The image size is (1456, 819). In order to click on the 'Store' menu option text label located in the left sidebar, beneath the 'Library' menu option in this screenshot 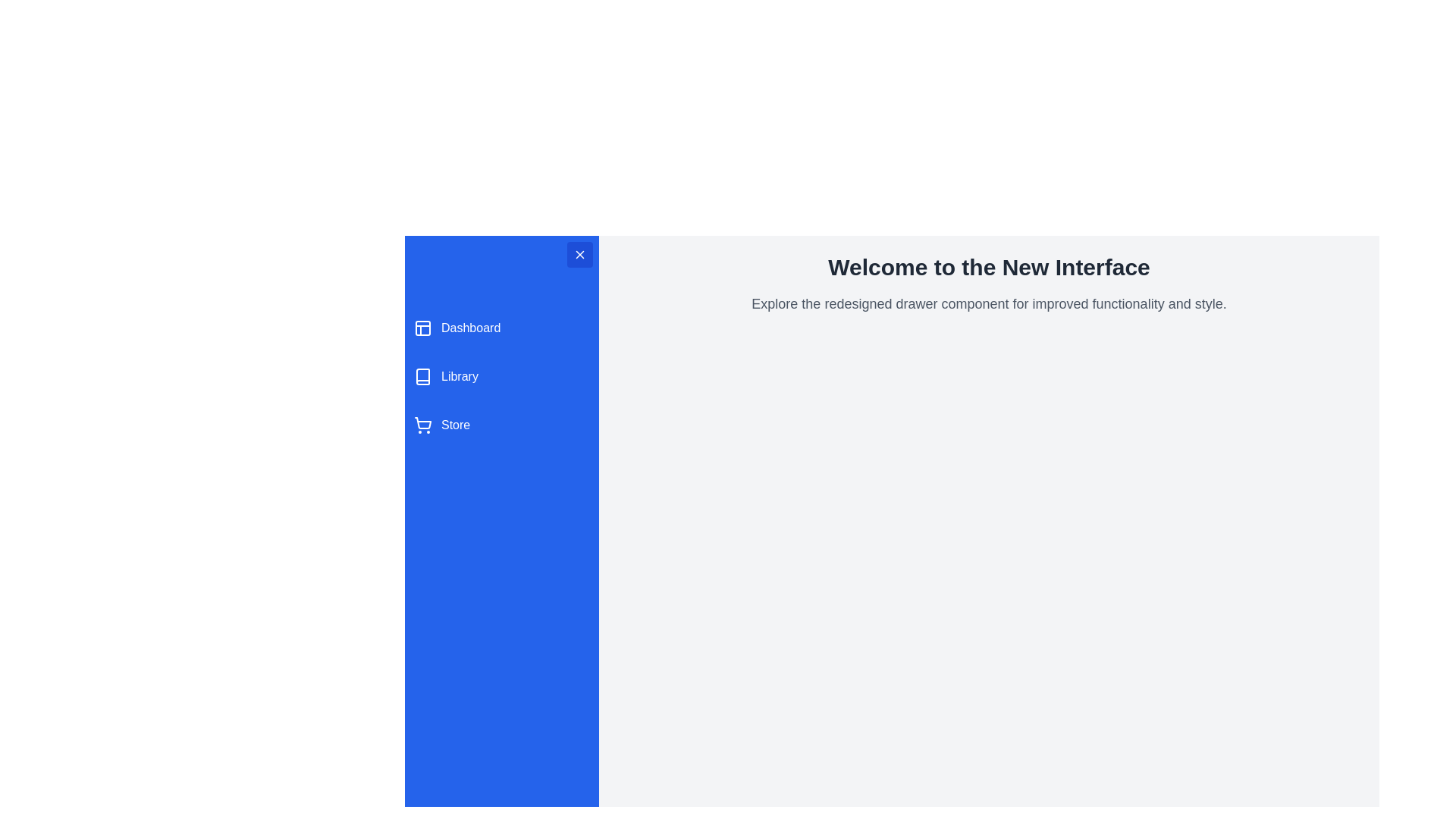, I will do `click(454, 425)`.